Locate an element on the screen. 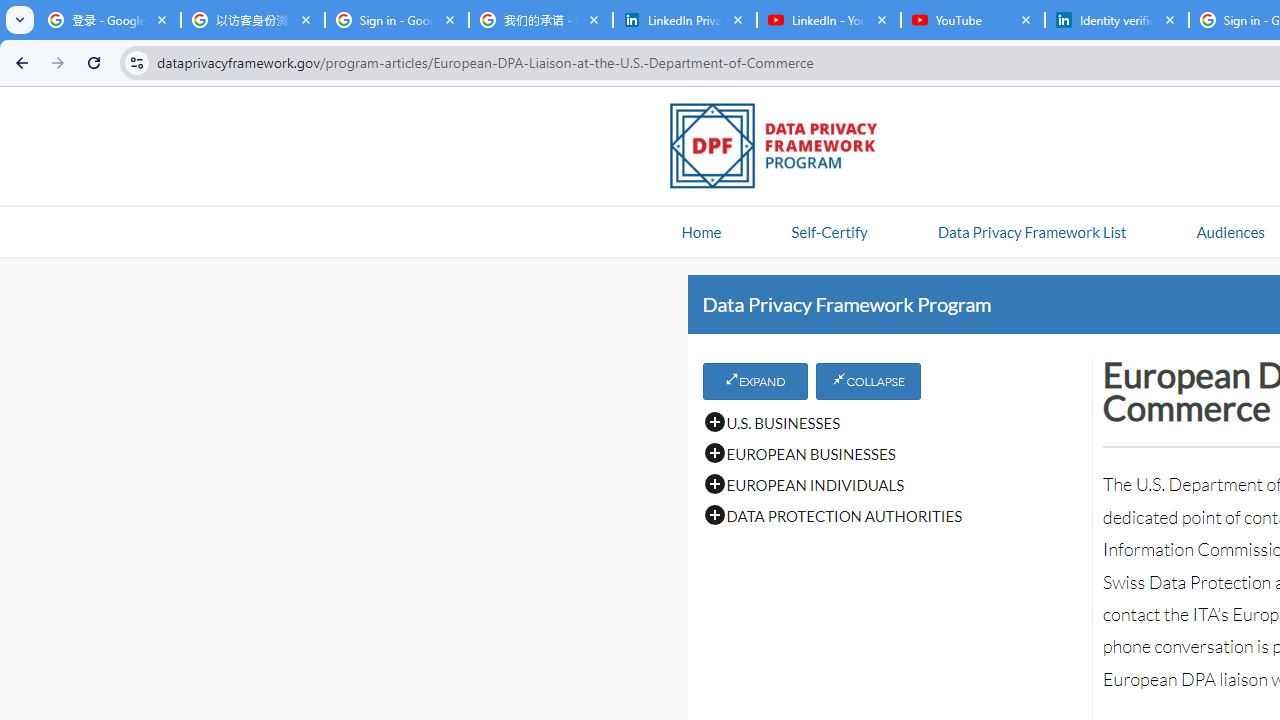 This screenshot has height=720, width=1280. 'Audiences' is located at coordinates (1229, 230).